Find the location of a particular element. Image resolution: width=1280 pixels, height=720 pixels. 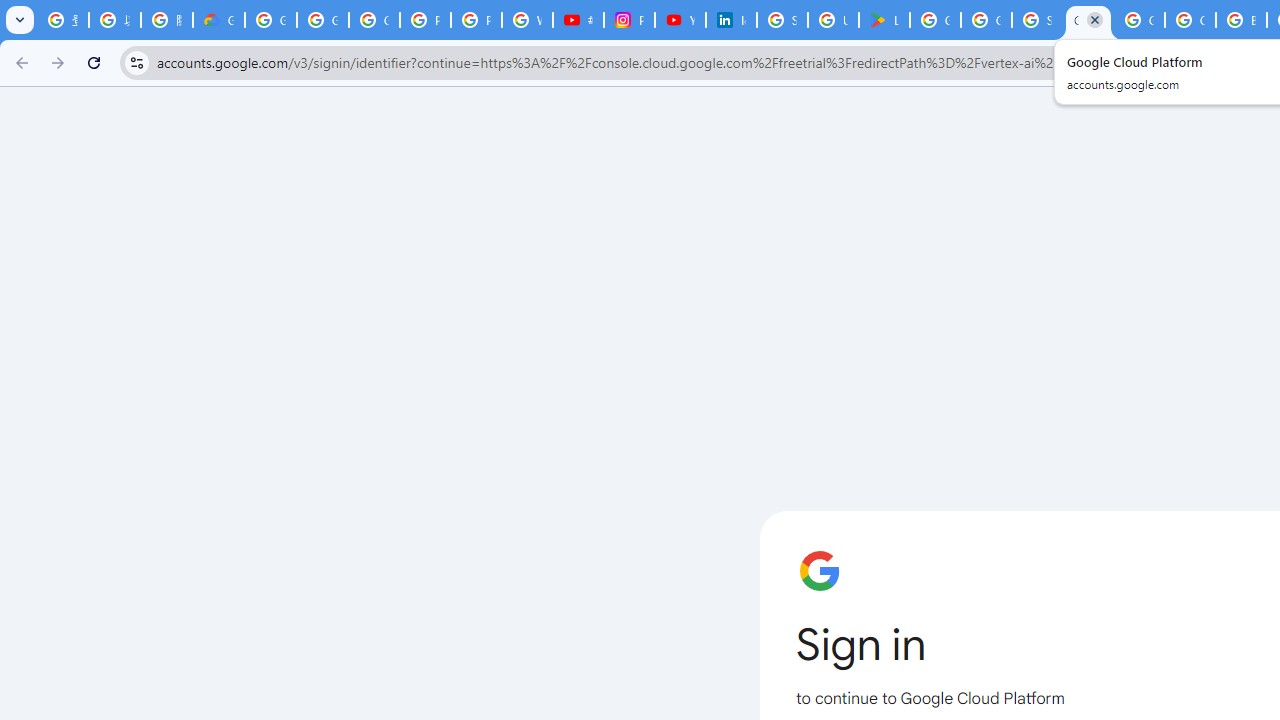

'YouTube Culture & Trends - On The Rise: Handcam Videos' is located at coordinates (680, 20).